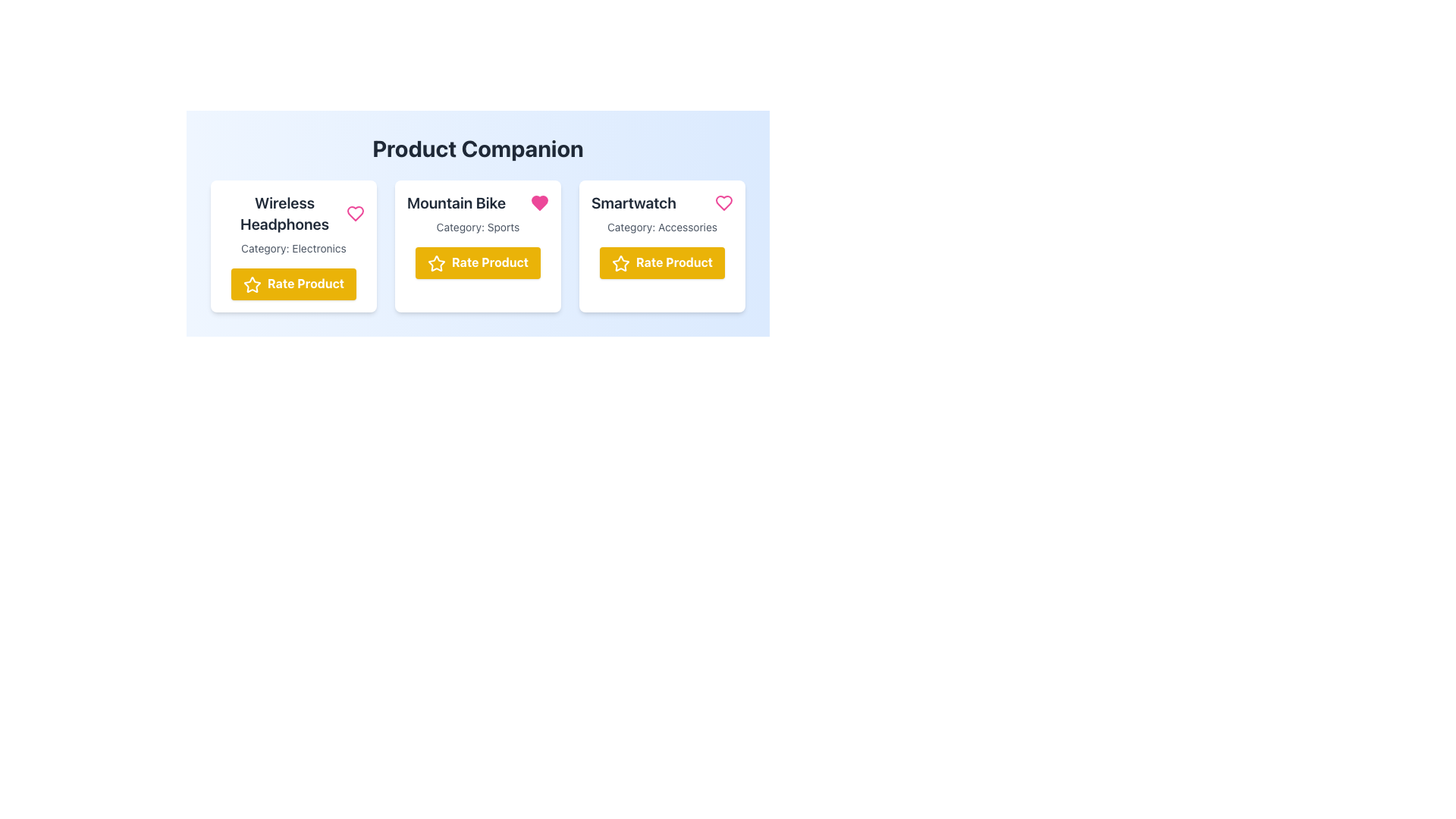  Describe the element at coordinates (456, 202) in the screenshot. I see `text 'Mountain Bike' displayed prominently in bold and large font within the white rectangular card` at that location.